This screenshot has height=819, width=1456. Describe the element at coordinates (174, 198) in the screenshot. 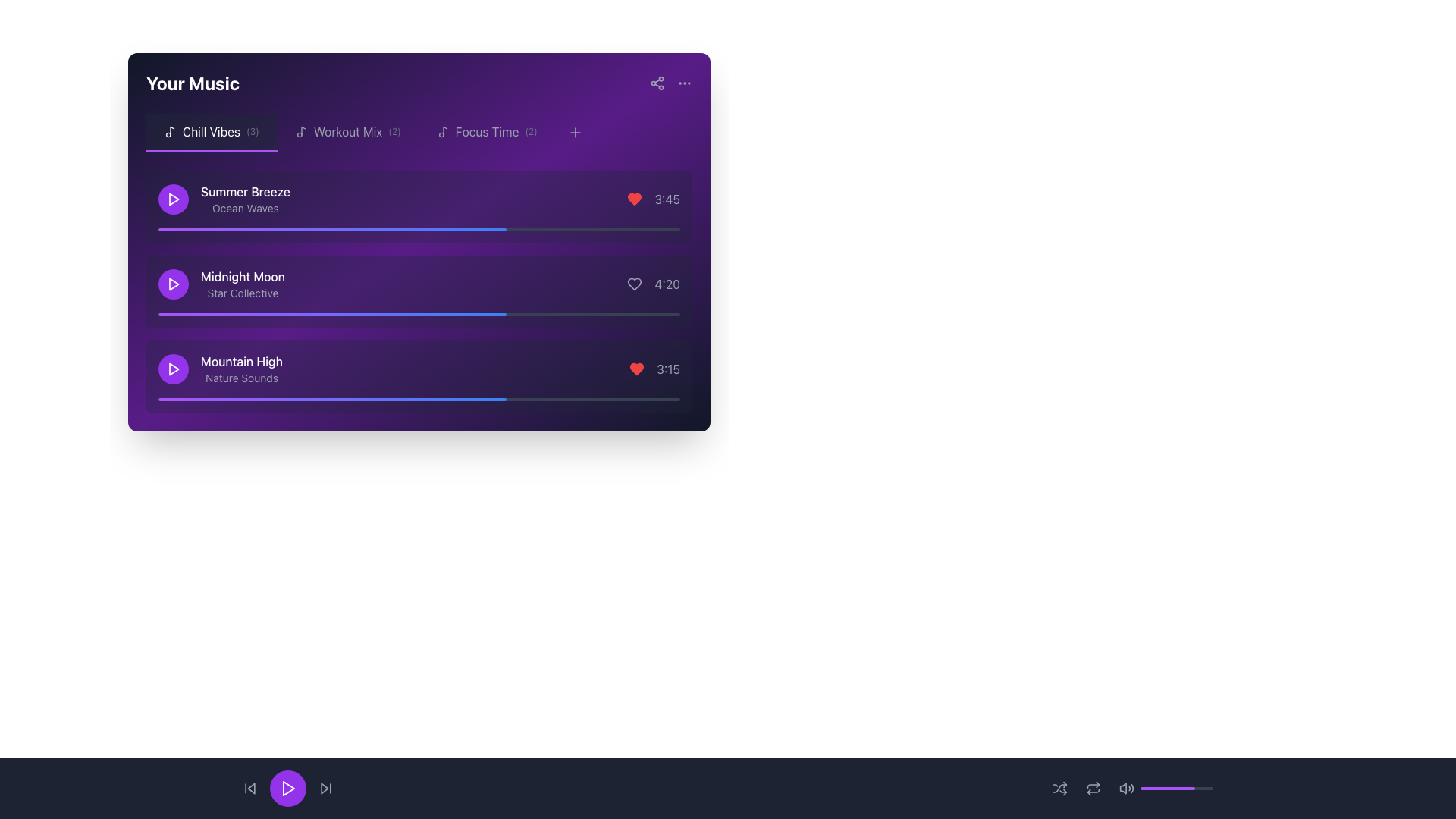

I see `the play button located on the left side of the 'Summer Breeze' track item in the 'Chill Vibes' playlist to initiate playback of the track` at that location.